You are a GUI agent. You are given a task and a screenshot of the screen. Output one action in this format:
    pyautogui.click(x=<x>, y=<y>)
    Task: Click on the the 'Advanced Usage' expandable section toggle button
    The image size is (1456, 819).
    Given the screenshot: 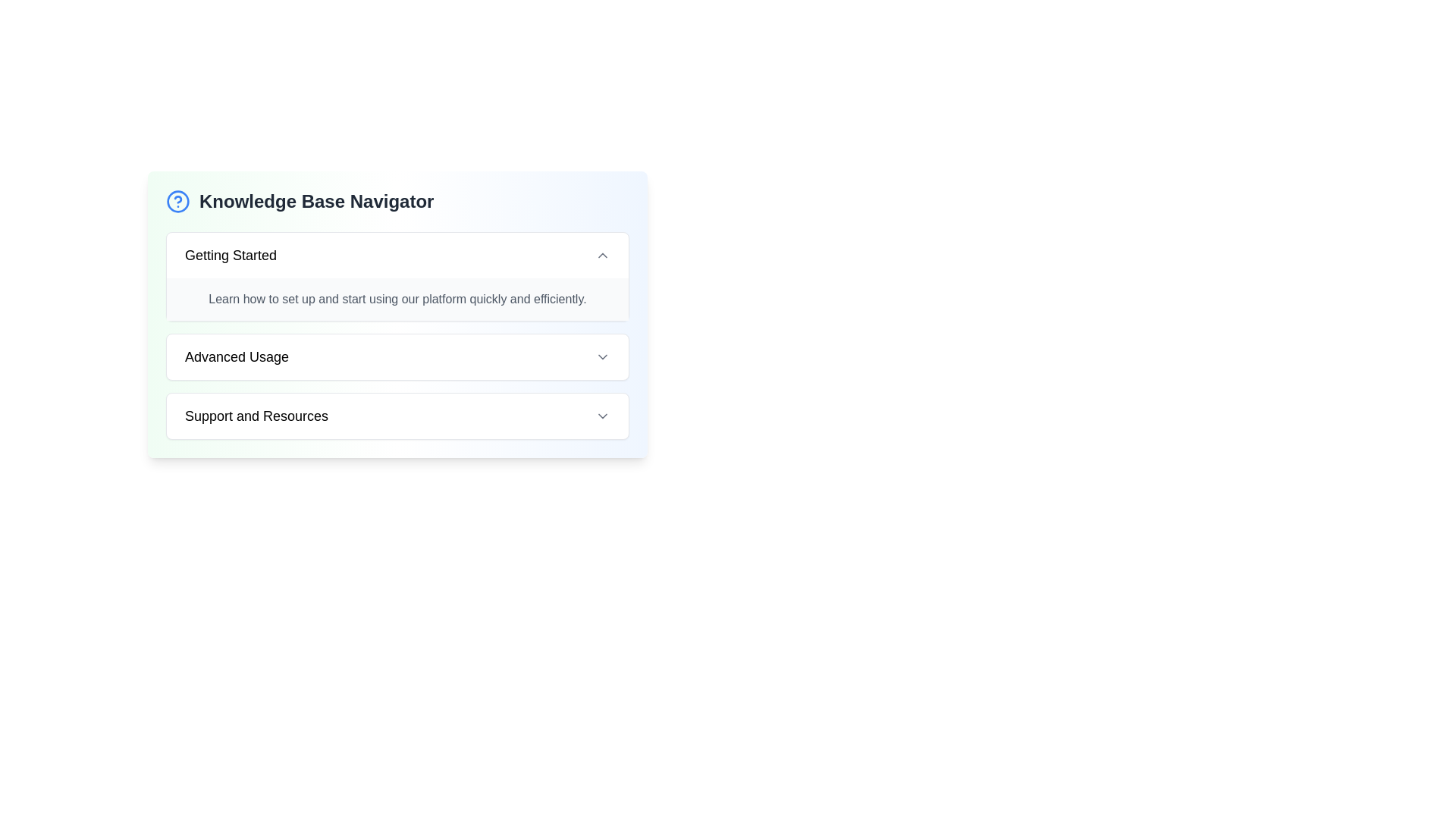 What is the action you would take?
    pyautogui.click(x=397, y=356)
    